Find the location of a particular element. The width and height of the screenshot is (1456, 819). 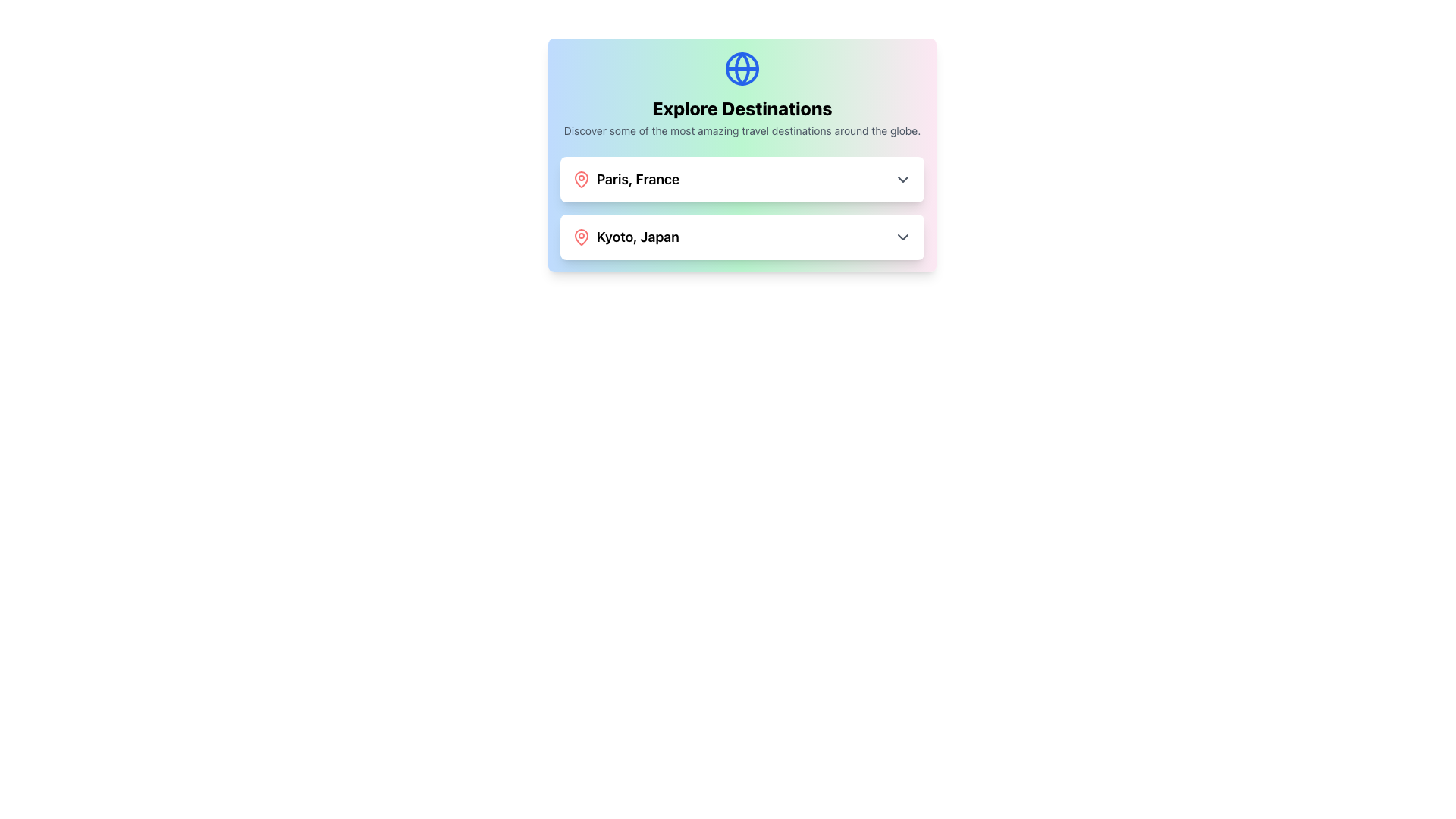

the dropdown selector option labeled 'Kyoto, Japan' is located at coordinates (742, 237).